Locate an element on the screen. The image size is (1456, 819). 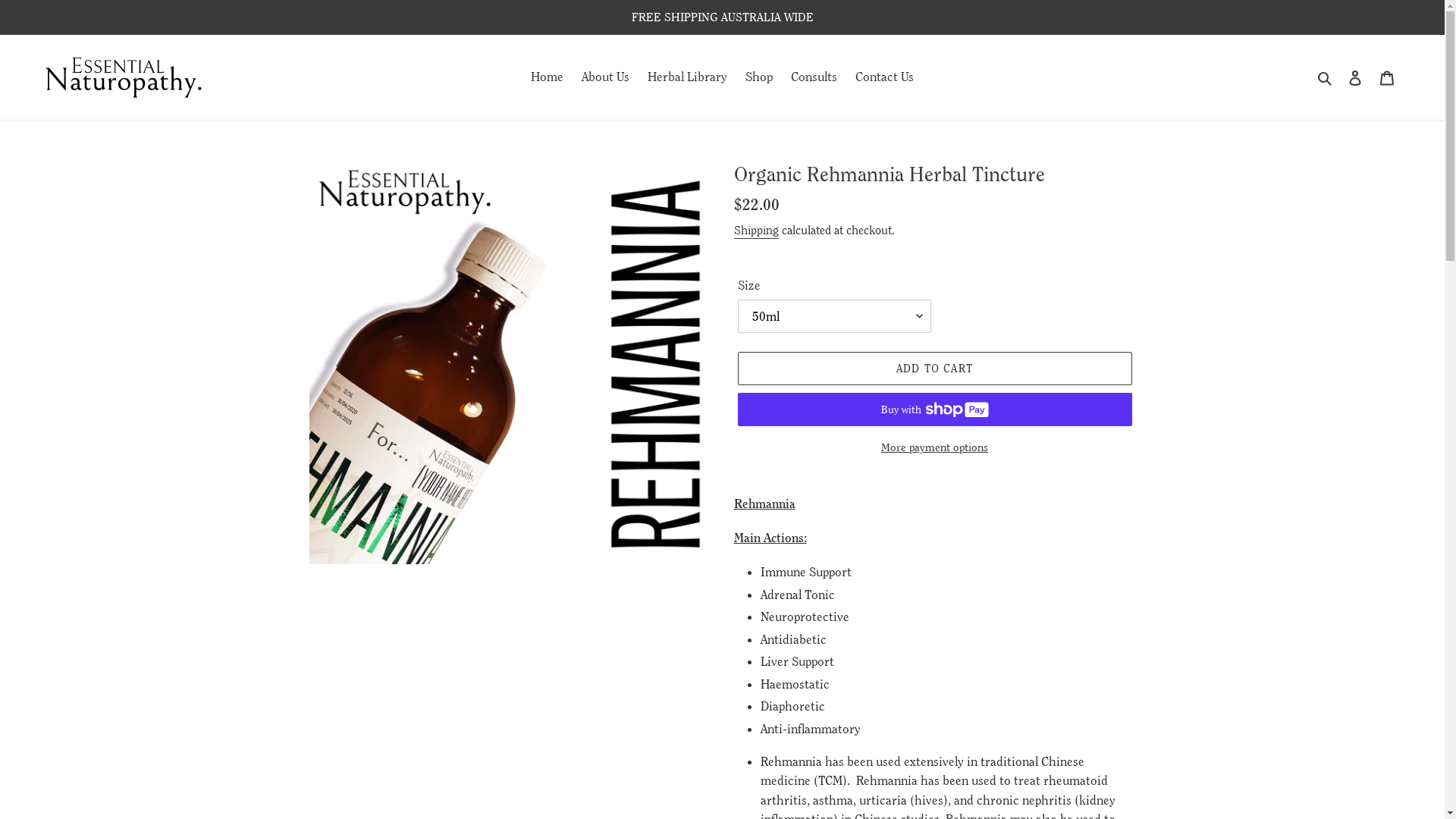
'About Us' is located at coordinates (604, 77).